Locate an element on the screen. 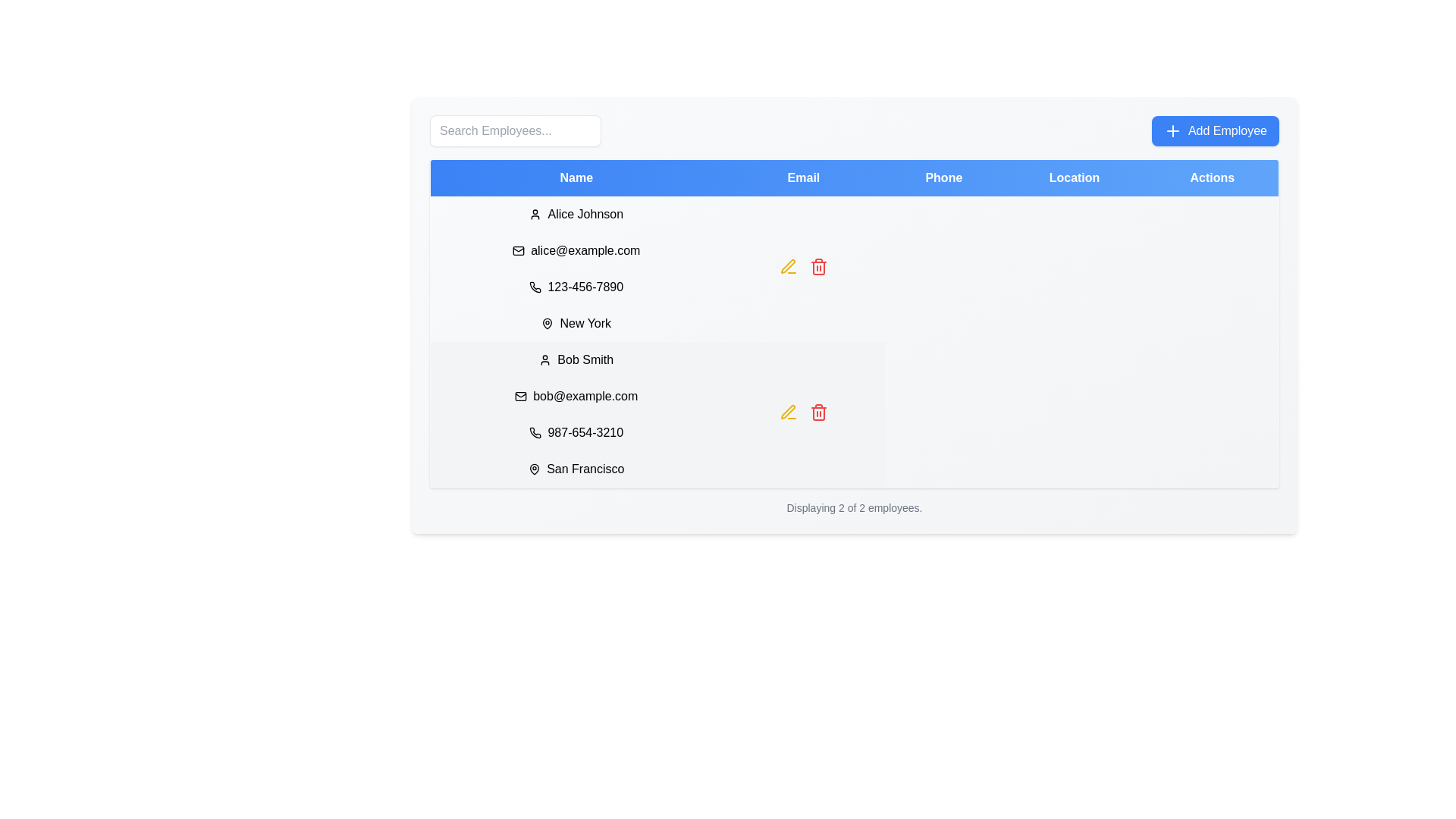  the mail icon, which is a small envelope-shaped SVG located in the 'Email' column next to the email text 'alice@example.com' is located at coordinates (519, 250).